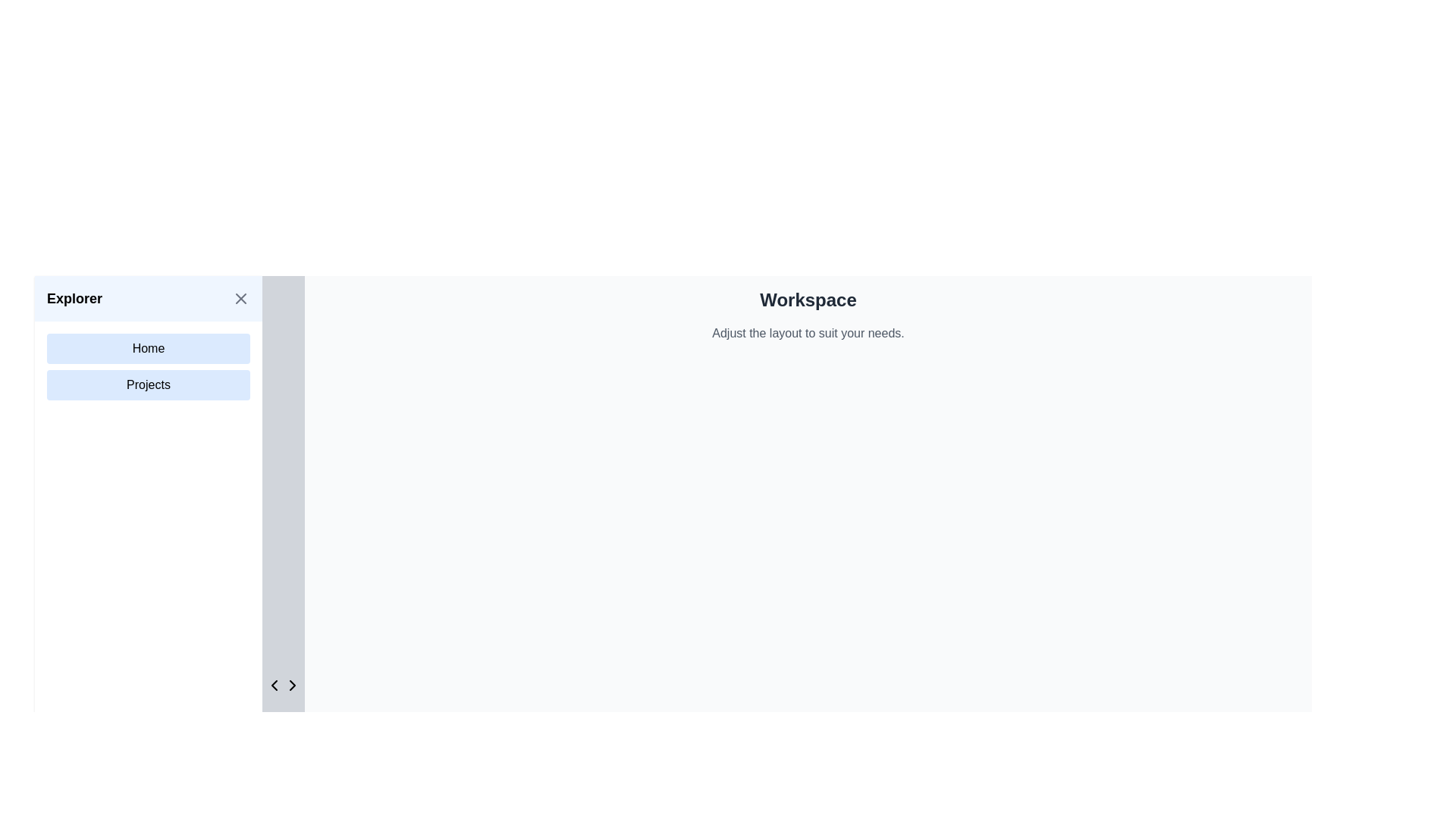  Describe the element at coordinates (149, 348) in the screenshot. I see `the Home navigation button located at the top of the vertical stack of buttons within the 'Explorer' panel` at that location.